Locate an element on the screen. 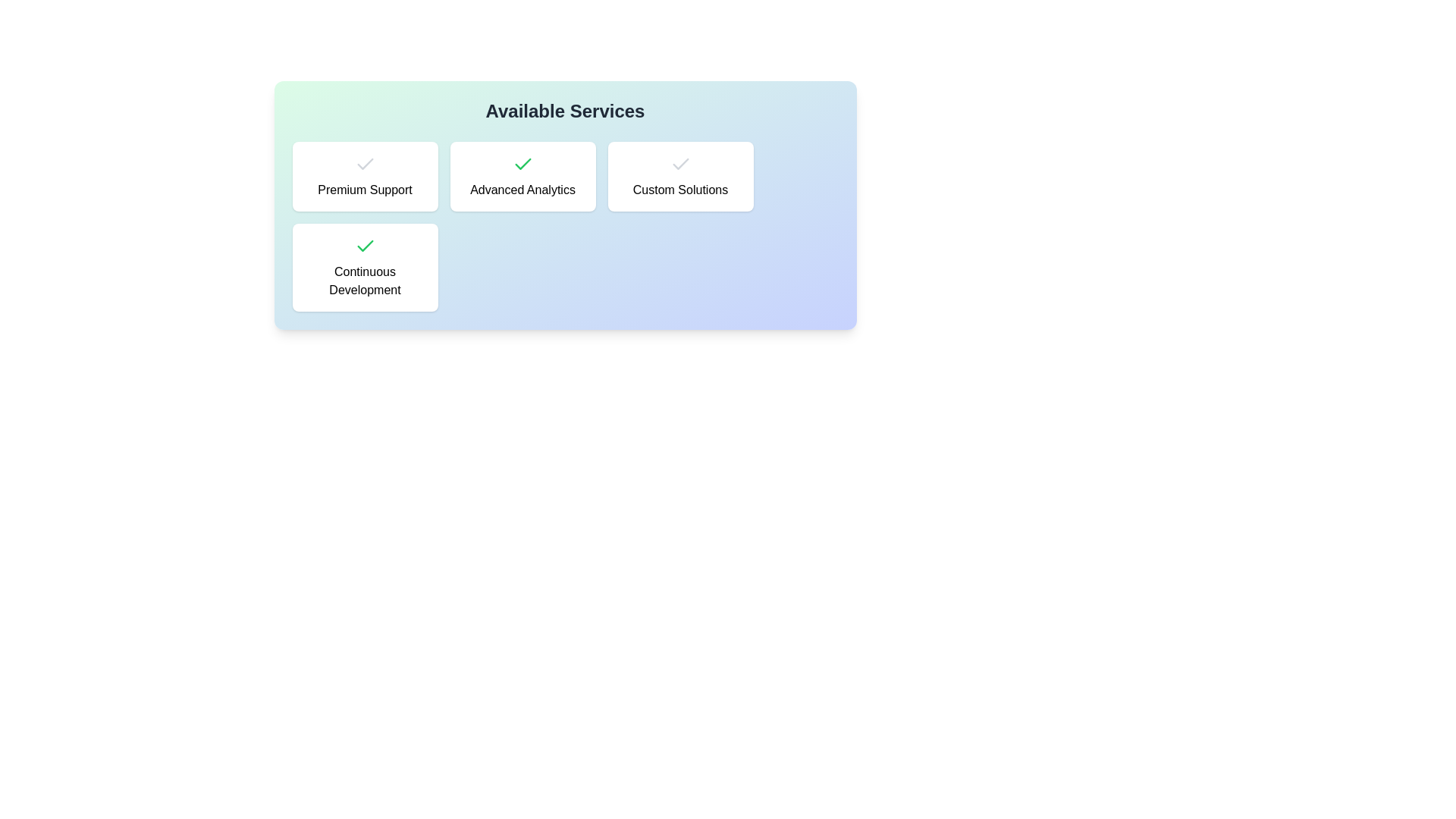 Image resolution: width=1456 pixels, height=819 pixels. the 'Custom Solutions' service option card located in the rightmost column of the top row within a four-item grid is located at coordinates (679, 175).